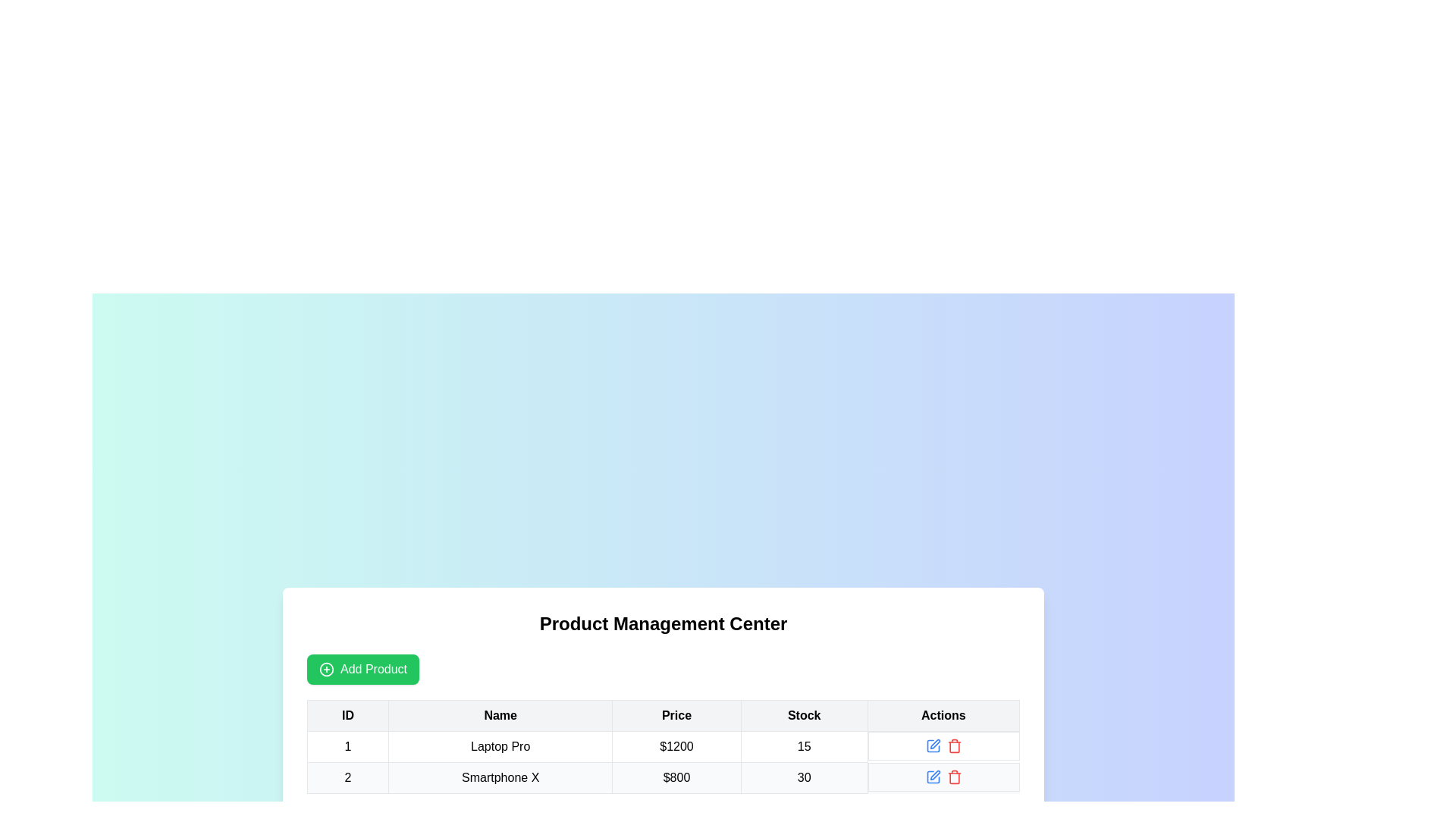 The image size is (1456, 819). What do you see at coordinates (663, 745) in the screenshot?
I see `a cell within the table displaying product information in the 'Product Management Center' to interact with its content` at bounding box center [663, 745].